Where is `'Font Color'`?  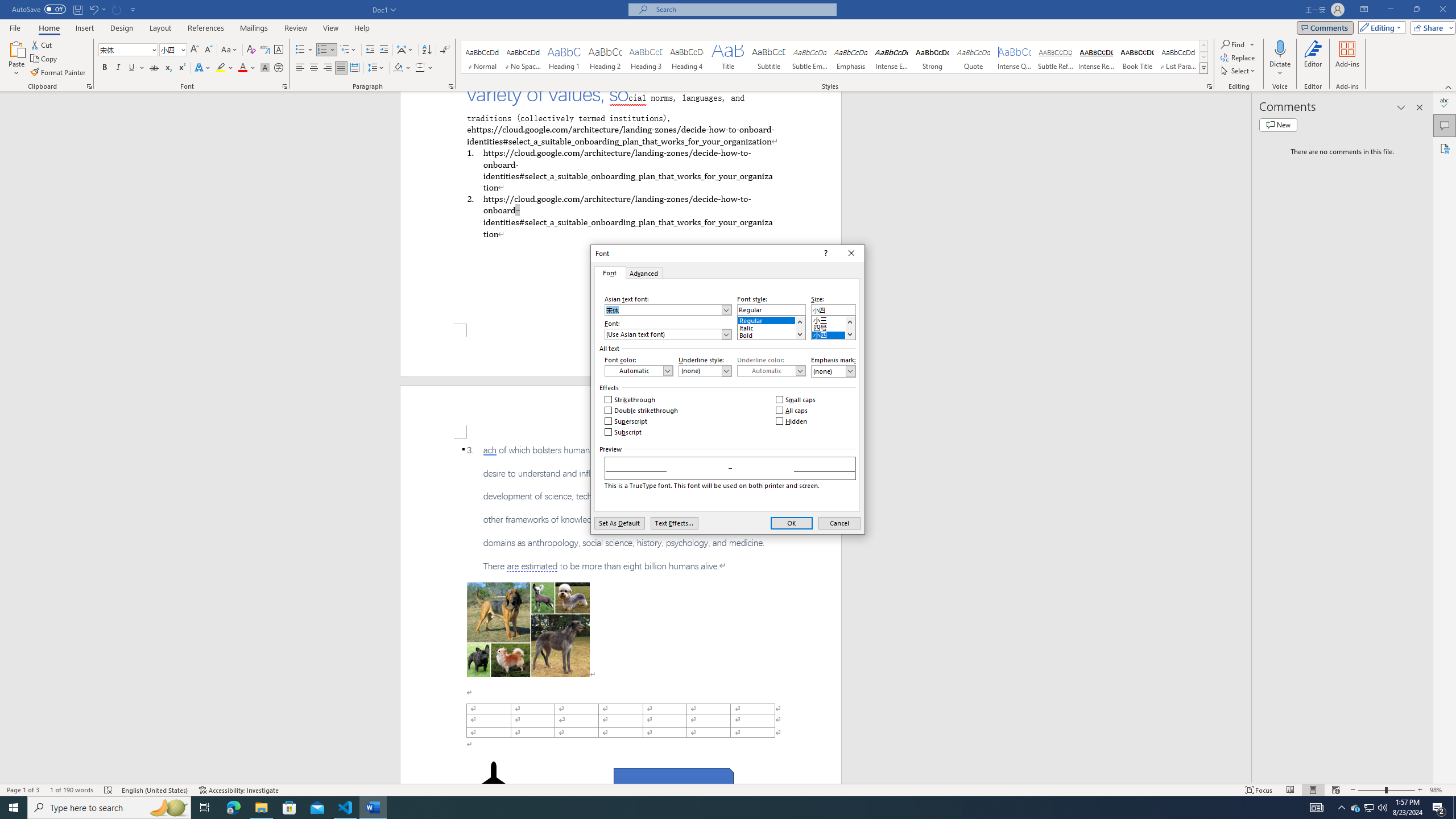
'Font Color' is located at coordinates (246, 67).